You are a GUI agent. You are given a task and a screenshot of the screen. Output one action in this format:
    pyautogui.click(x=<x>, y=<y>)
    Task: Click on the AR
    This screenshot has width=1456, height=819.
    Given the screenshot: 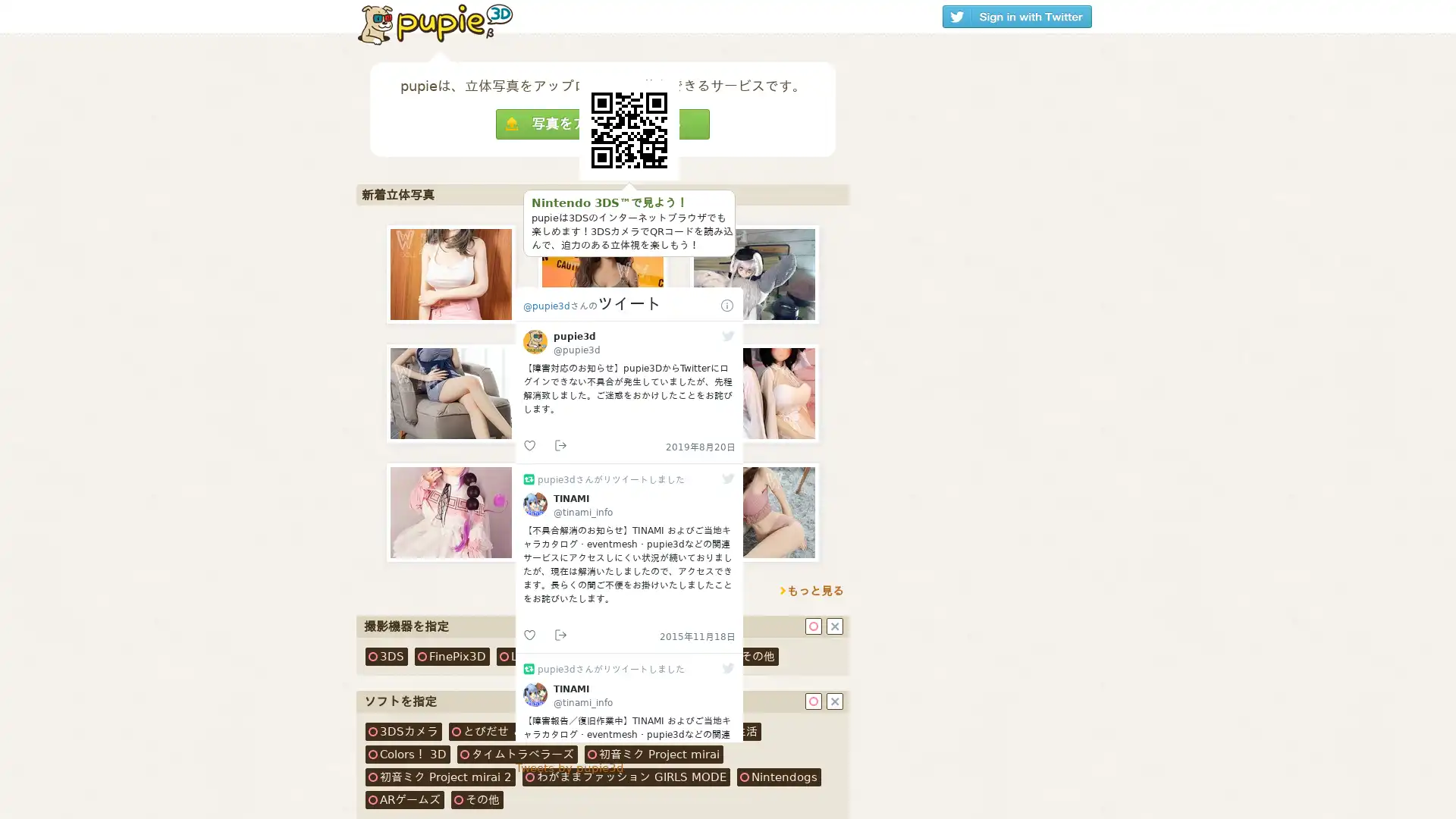 What is the action you would take?
    pyautogui.click(x=404, y=799)
    